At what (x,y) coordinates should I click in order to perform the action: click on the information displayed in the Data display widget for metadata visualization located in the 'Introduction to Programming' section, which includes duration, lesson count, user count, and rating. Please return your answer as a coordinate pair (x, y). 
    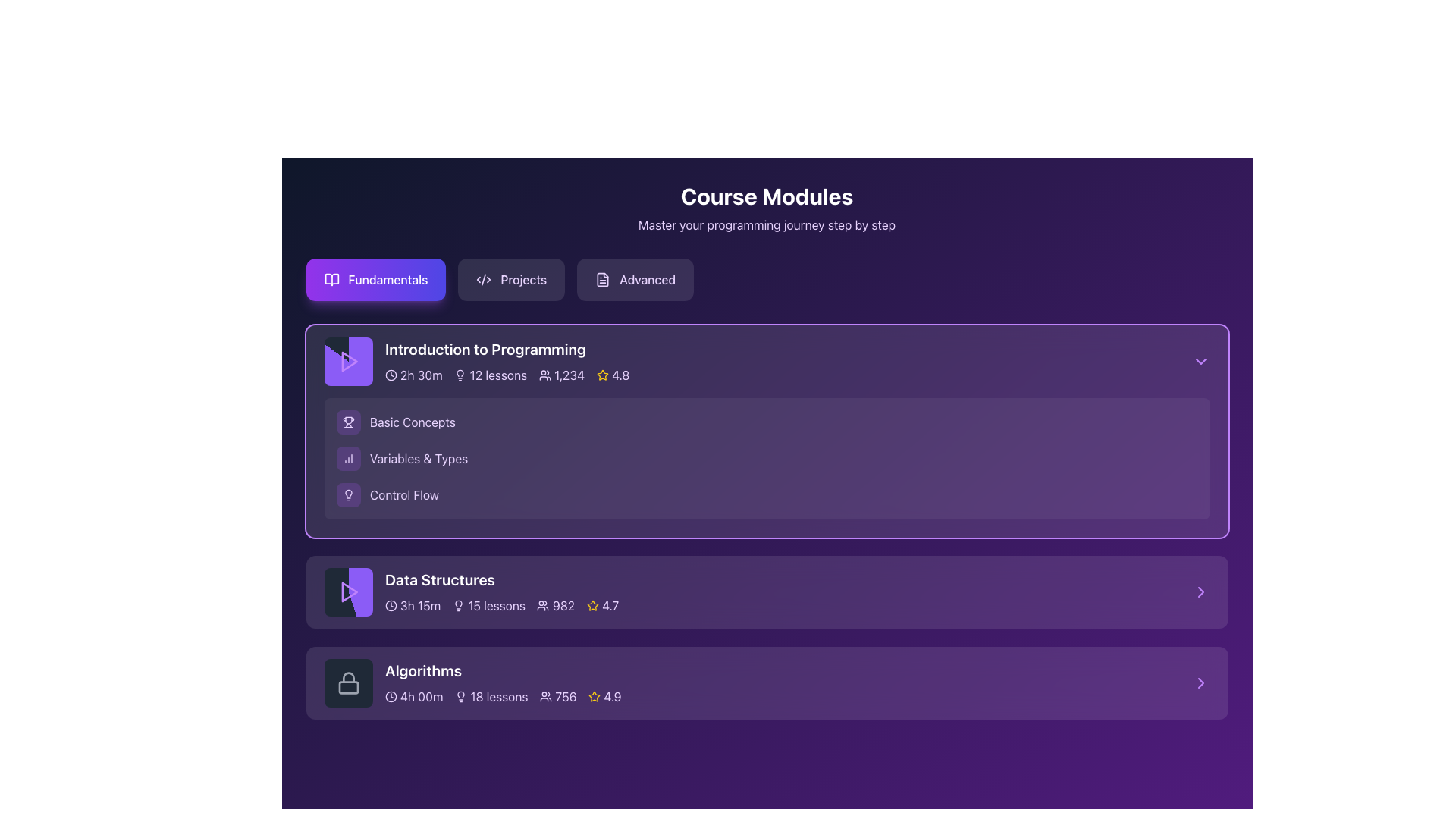
    Looking at the image, I should click on (507, 375).